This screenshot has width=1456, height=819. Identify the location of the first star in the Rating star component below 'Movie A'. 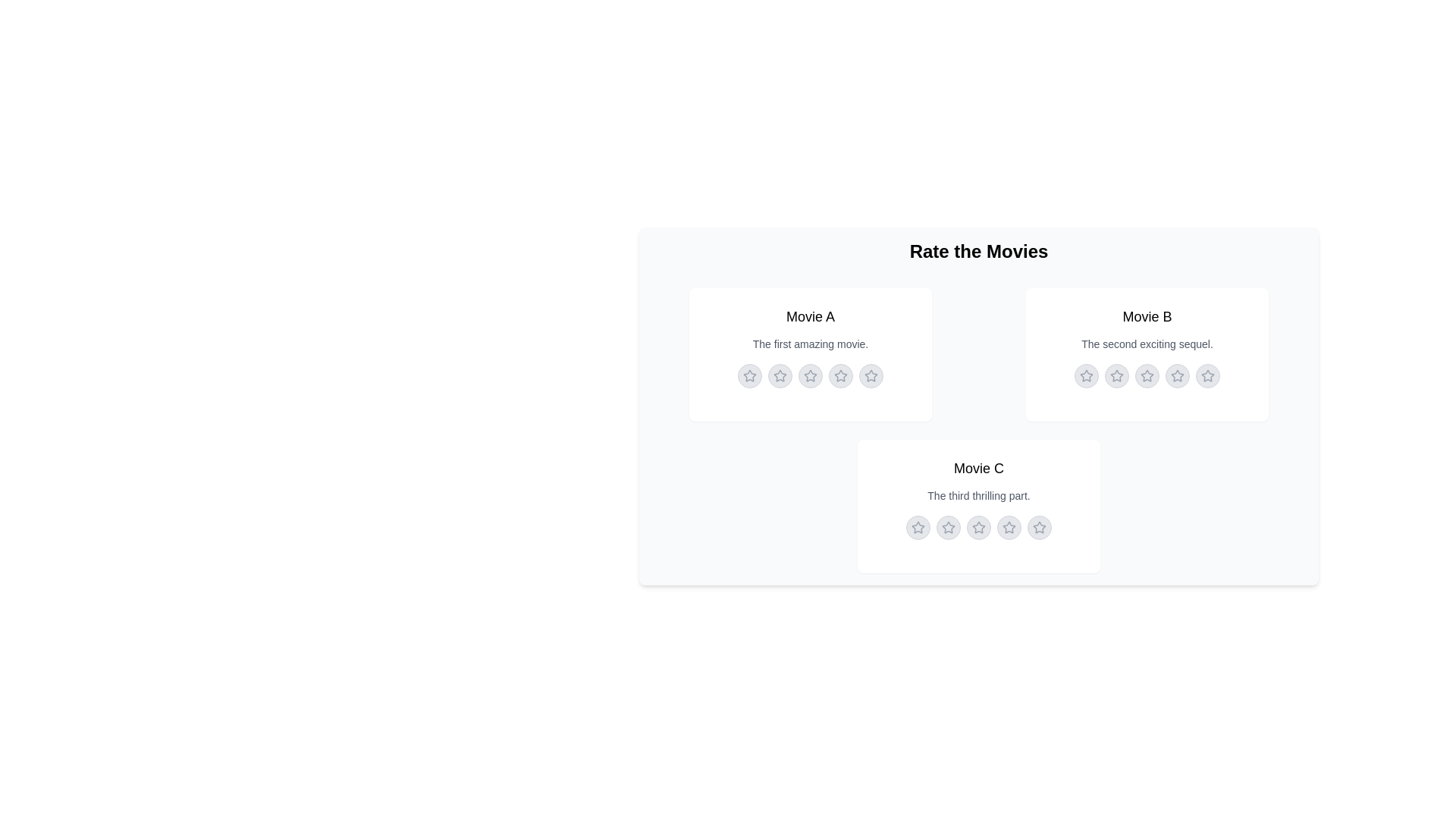
(749, 375).